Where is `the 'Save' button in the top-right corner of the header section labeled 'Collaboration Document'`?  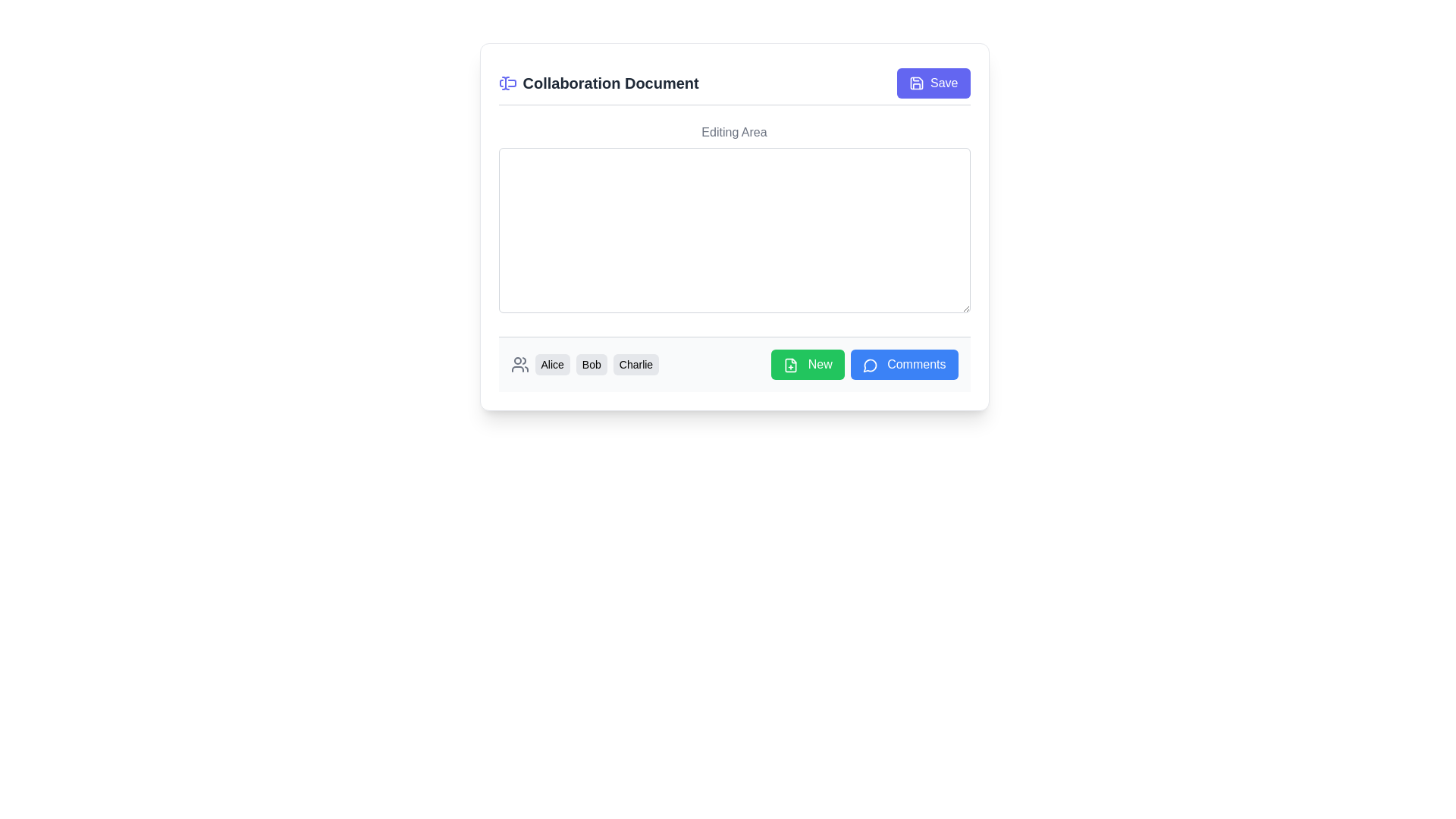 the 'Save' button in the top-right corner of the header section labeled 'Collaboration Document' is located at coordinates (933, 83).